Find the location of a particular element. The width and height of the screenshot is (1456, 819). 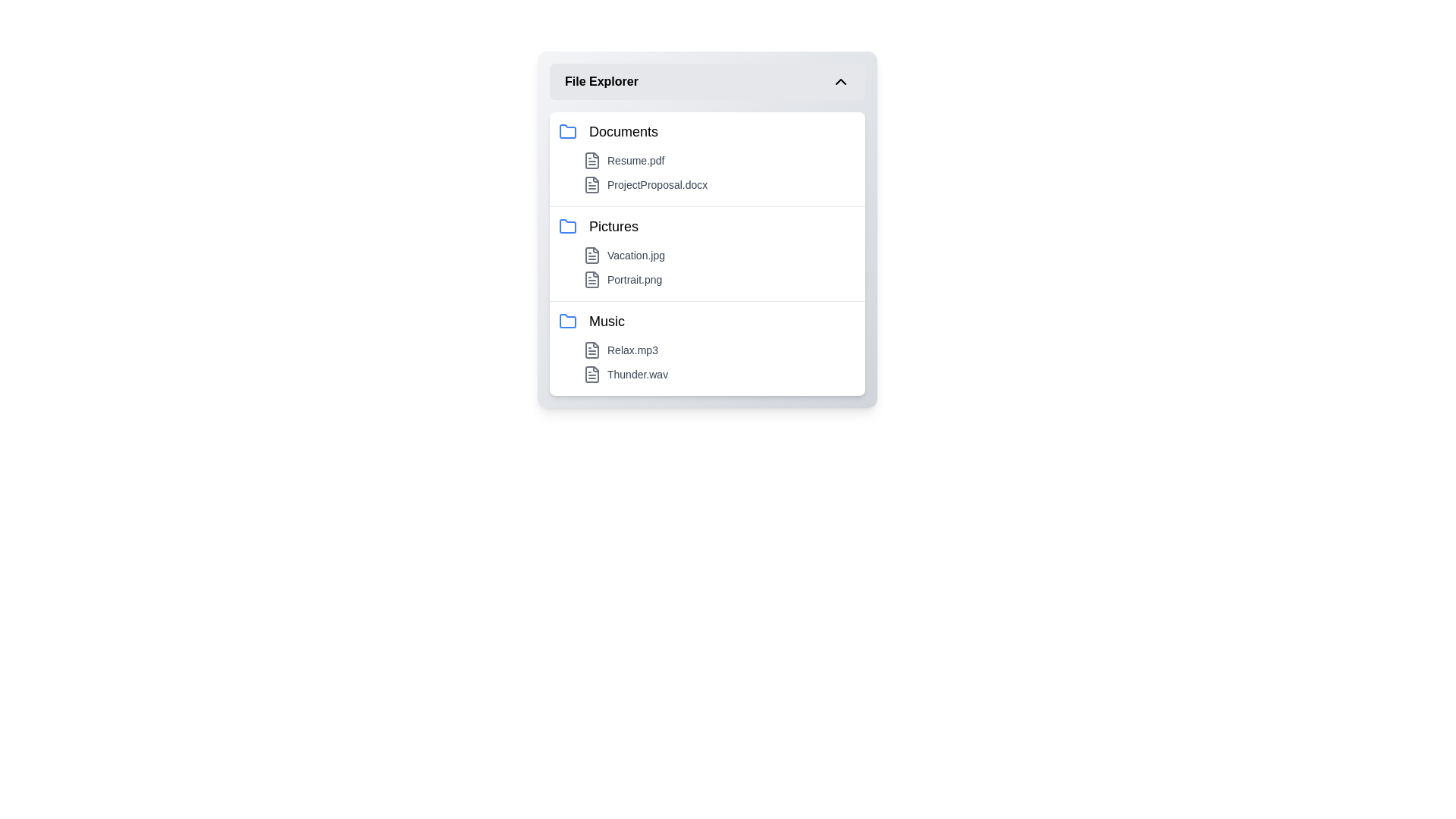

the file named Resume.pdf to open it is located at coordinates (719, 161).